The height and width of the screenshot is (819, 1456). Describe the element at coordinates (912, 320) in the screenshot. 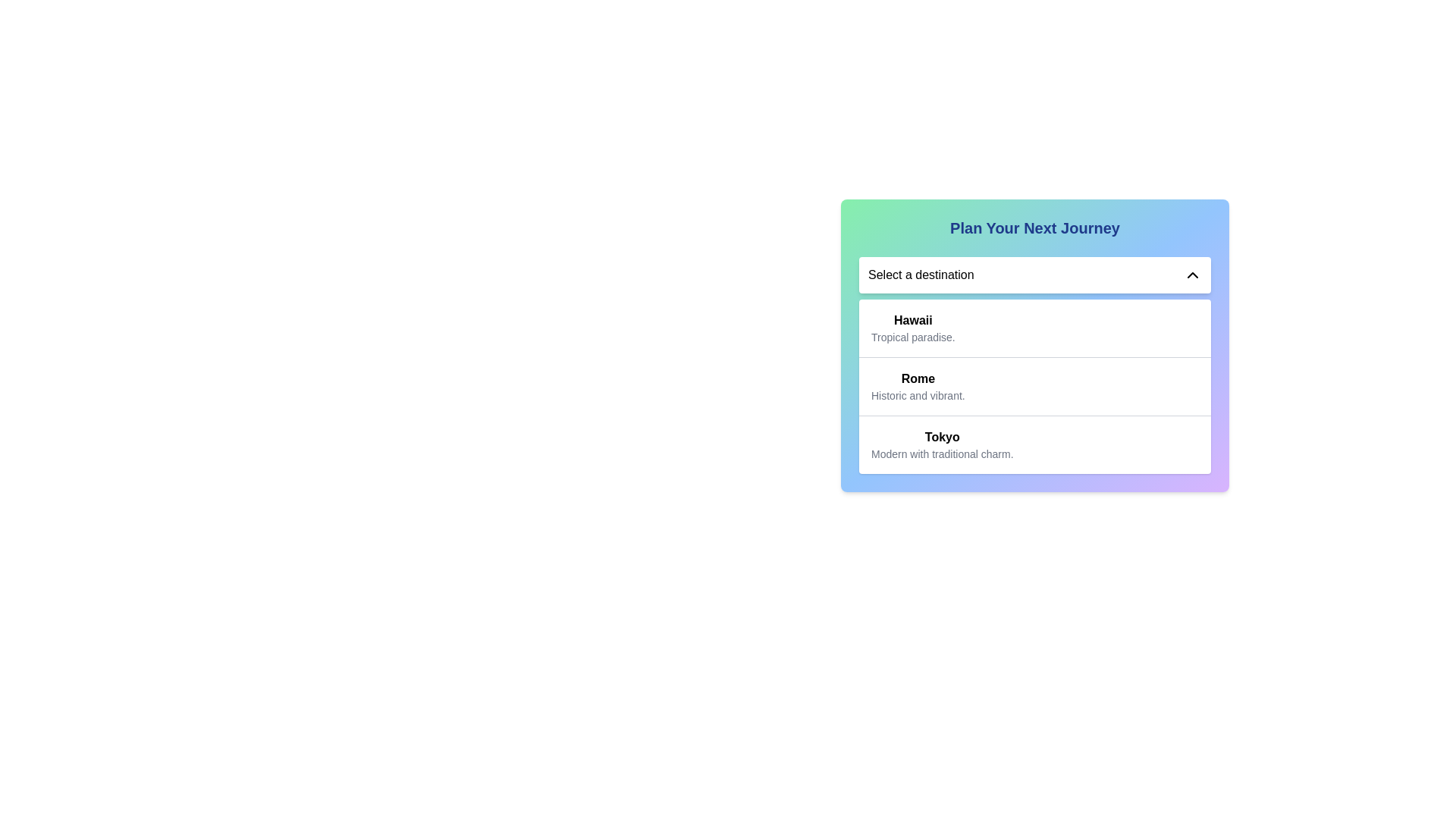

I see `bolded text label displaying 'Hawaii' located at the top of the dropdown menu labeled 'Select a destination'` at that location.